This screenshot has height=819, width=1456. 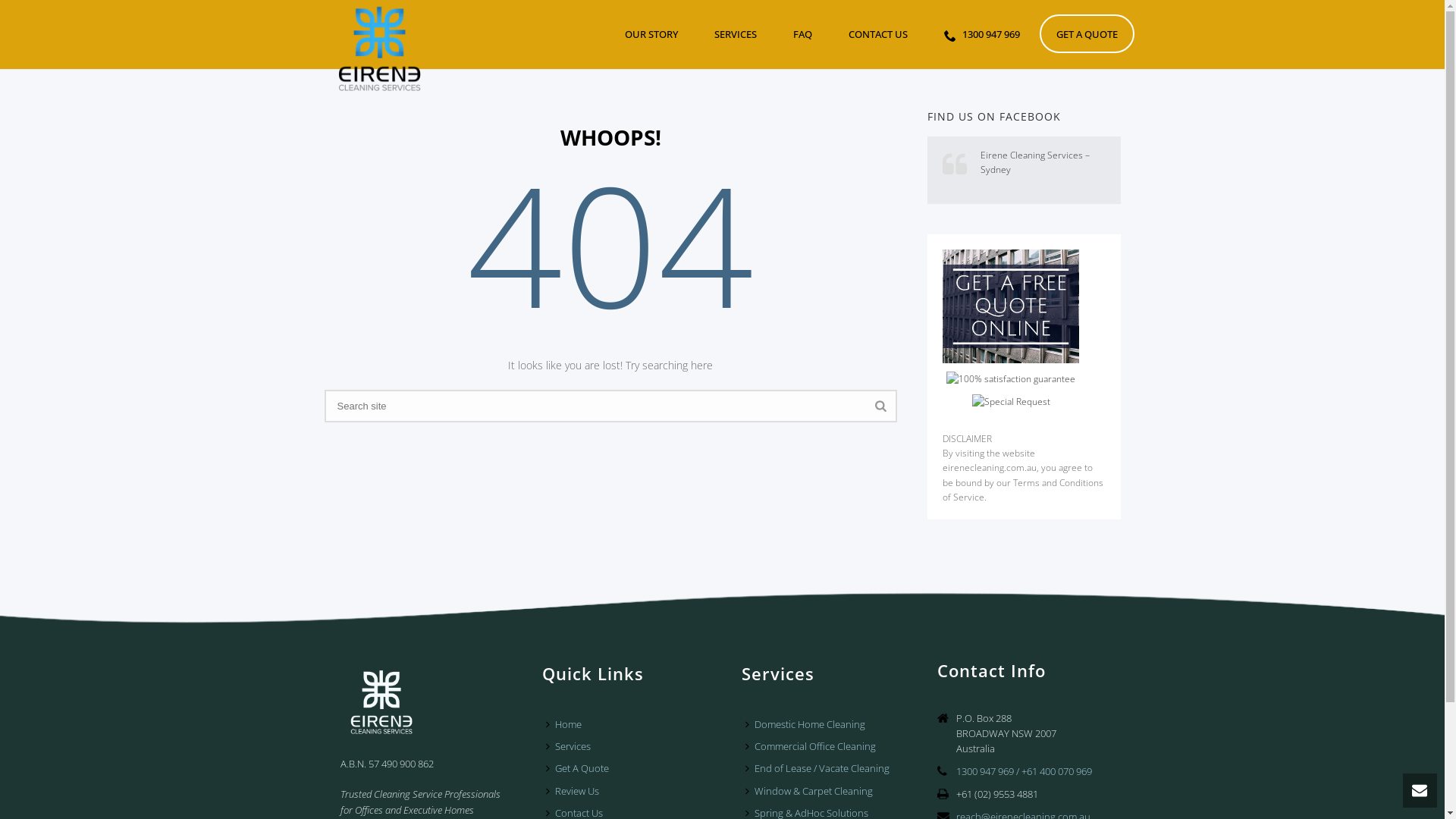 I want to click on 'OUR STORY', so click(x=651, y=33).